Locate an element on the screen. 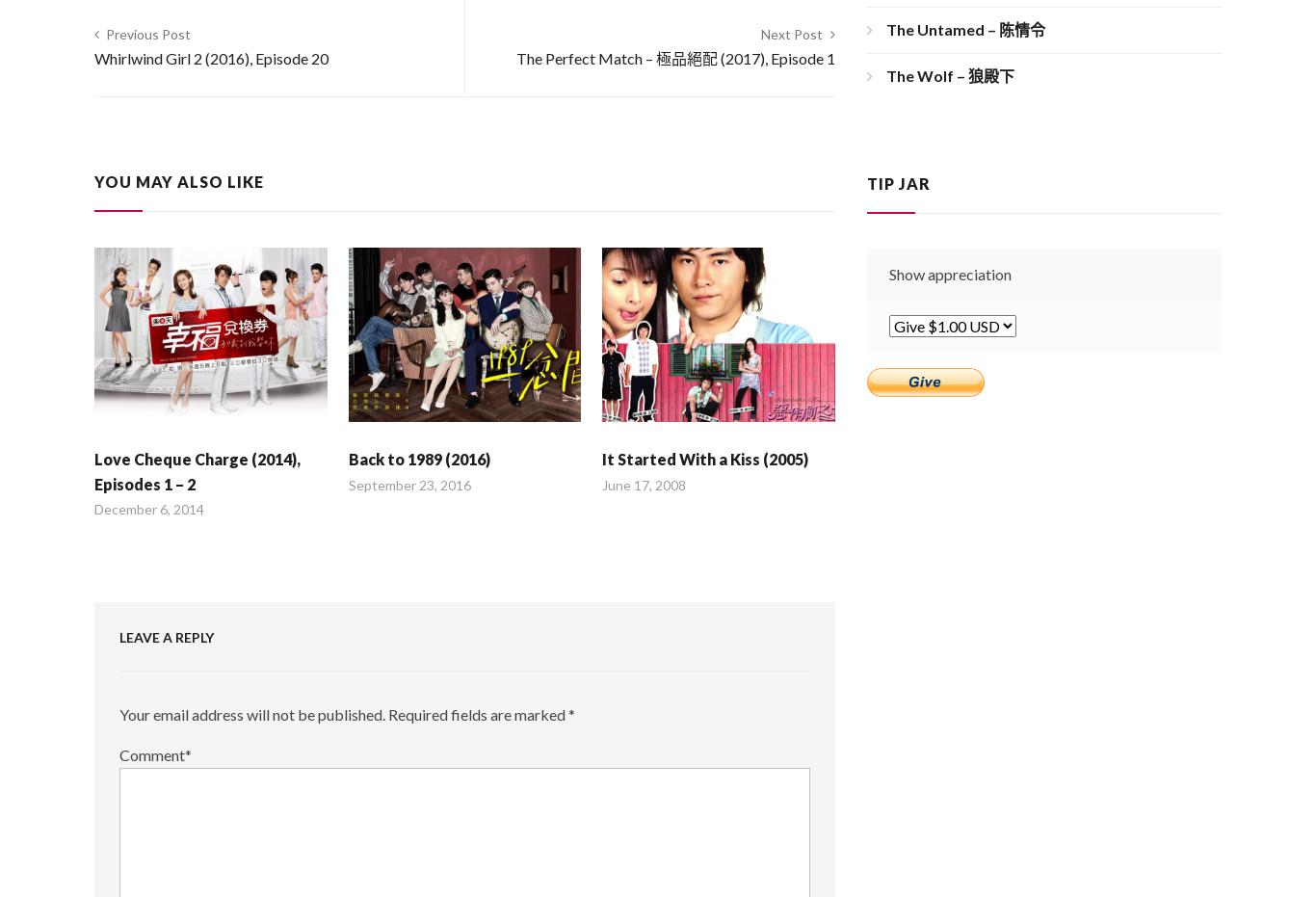 The image size is (1316, 897). 'The Untamed – 陈情令' is located at coordinates (965, 28).